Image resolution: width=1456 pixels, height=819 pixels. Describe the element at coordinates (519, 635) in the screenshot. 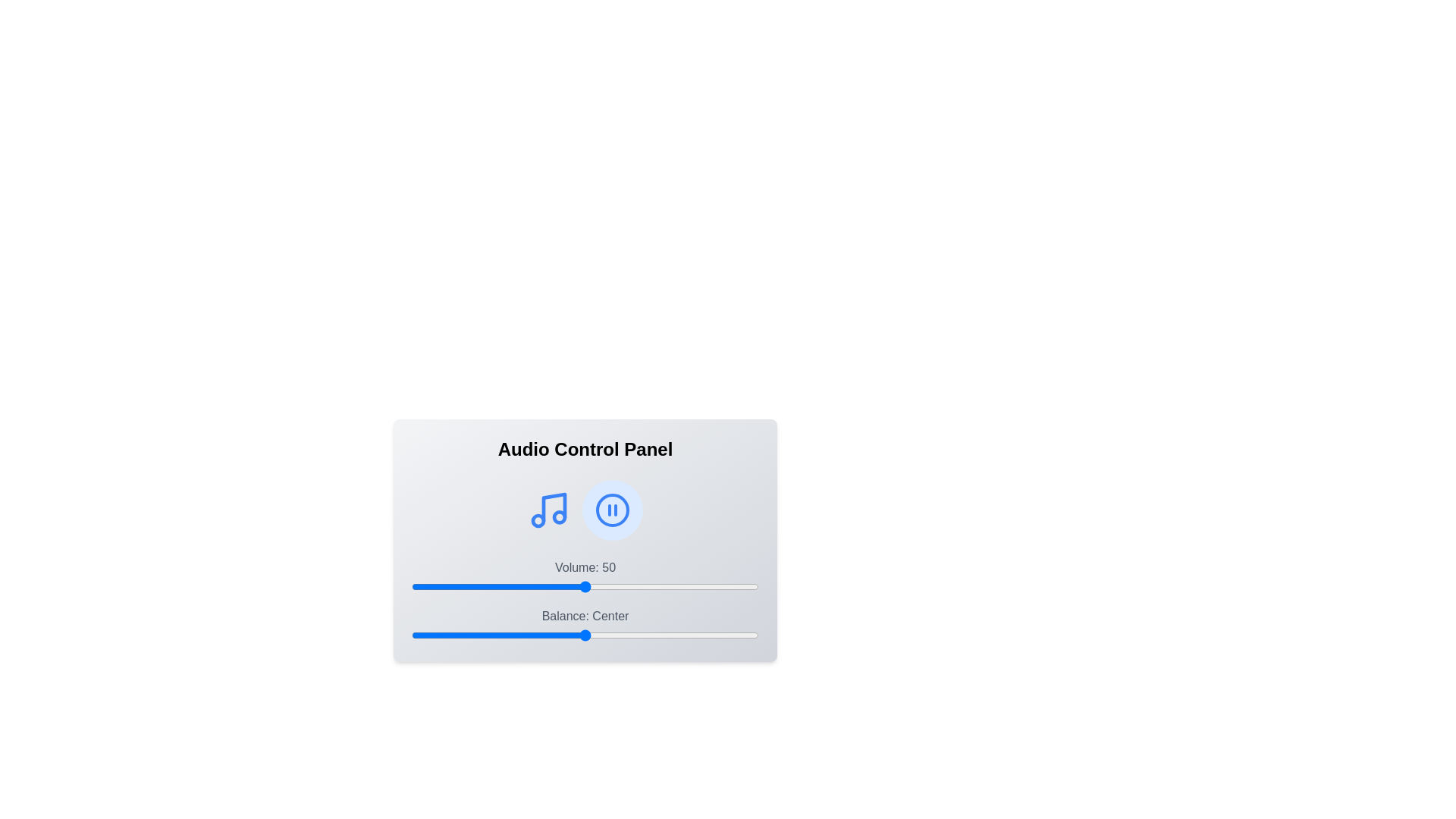

I see `the balance` at that location.